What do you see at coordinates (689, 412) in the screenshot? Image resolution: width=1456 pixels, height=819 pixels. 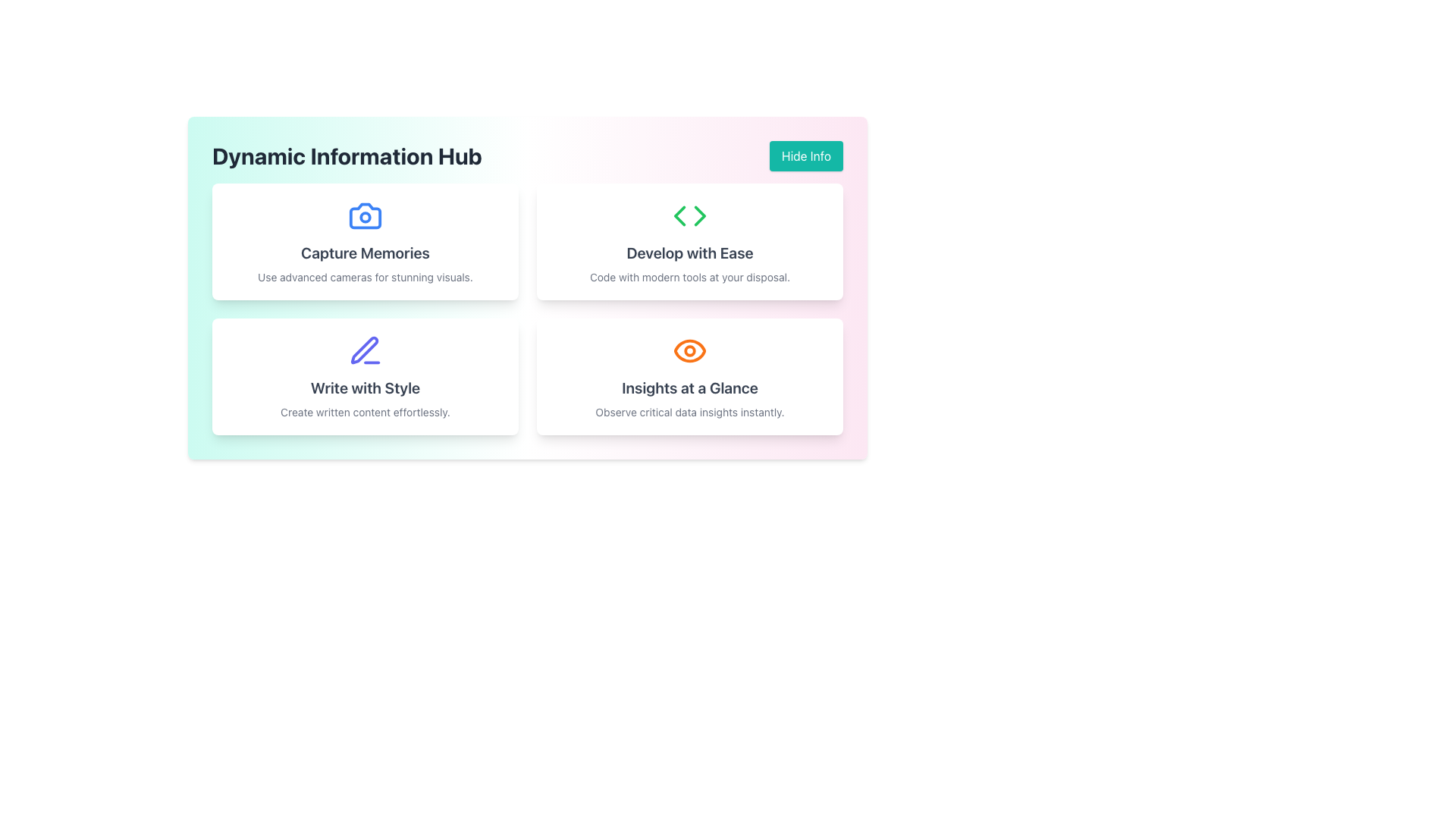 I see `the Static Text located at the bottom of the 'Insights at a Glance' card, which provides supplemental descriptions to inform users` at bounding box center [689, 412].